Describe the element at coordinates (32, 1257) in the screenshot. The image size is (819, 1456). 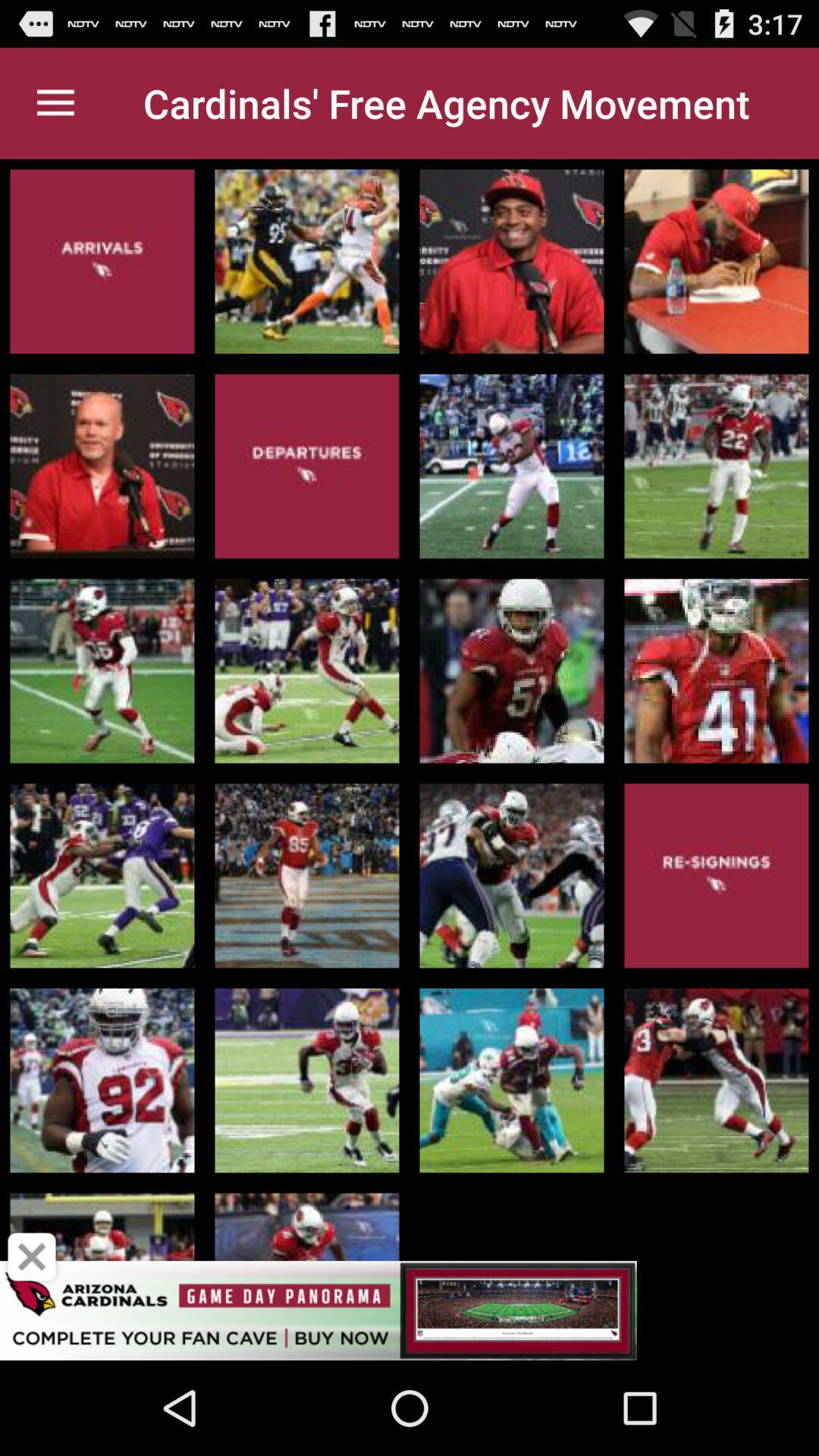
I see `previous` at that location.